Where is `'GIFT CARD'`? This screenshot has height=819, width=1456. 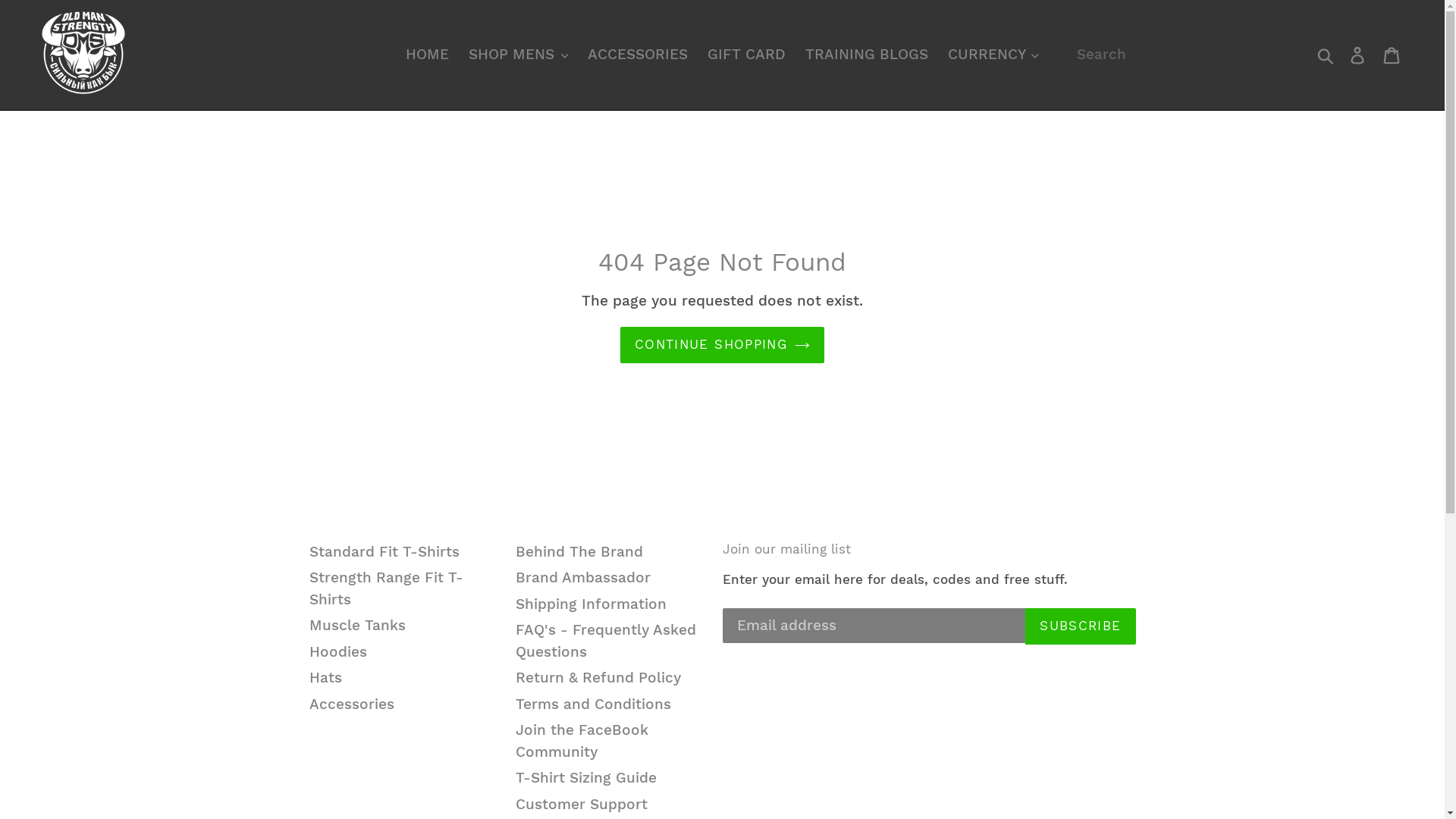
'GIFT CARD' is located at coordinates (746, 54).